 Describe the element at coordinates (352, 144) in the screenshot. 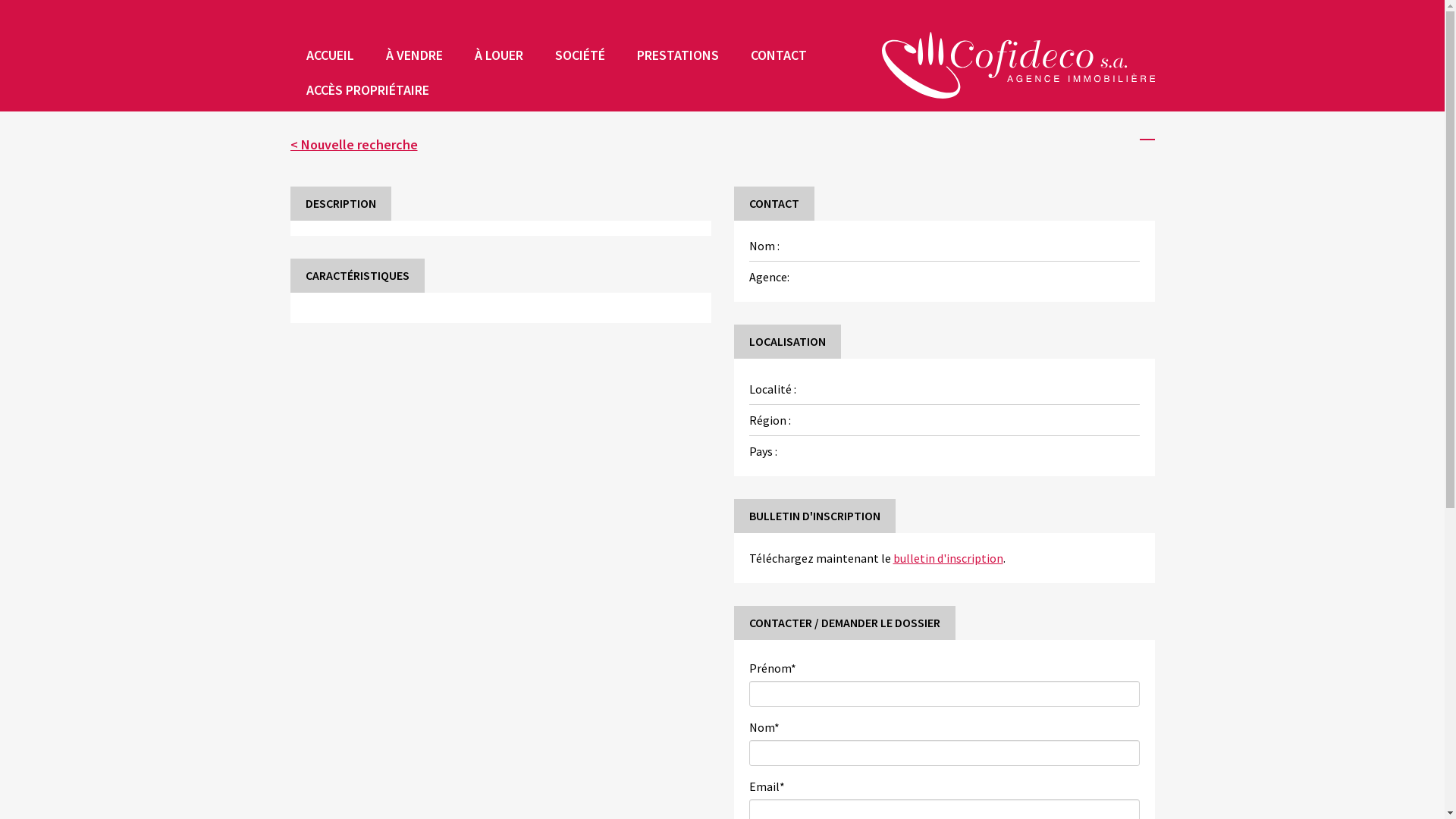

I see `'< Nouvelle recherche'` at that location.